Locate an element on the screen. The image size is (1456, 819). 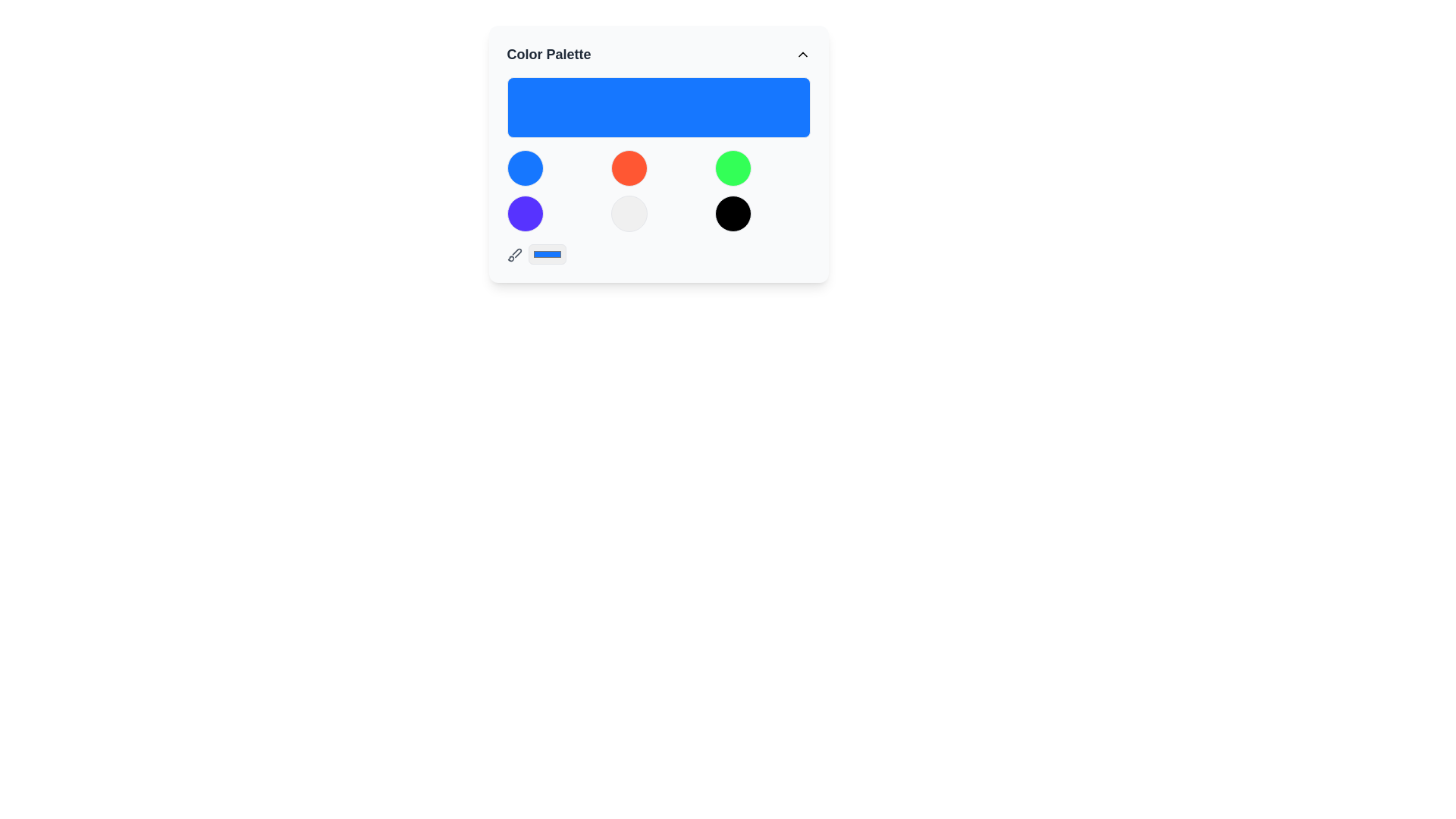
the circular orange button located in the second column of the first row of the grid layout is located at coordinates (629, 168).